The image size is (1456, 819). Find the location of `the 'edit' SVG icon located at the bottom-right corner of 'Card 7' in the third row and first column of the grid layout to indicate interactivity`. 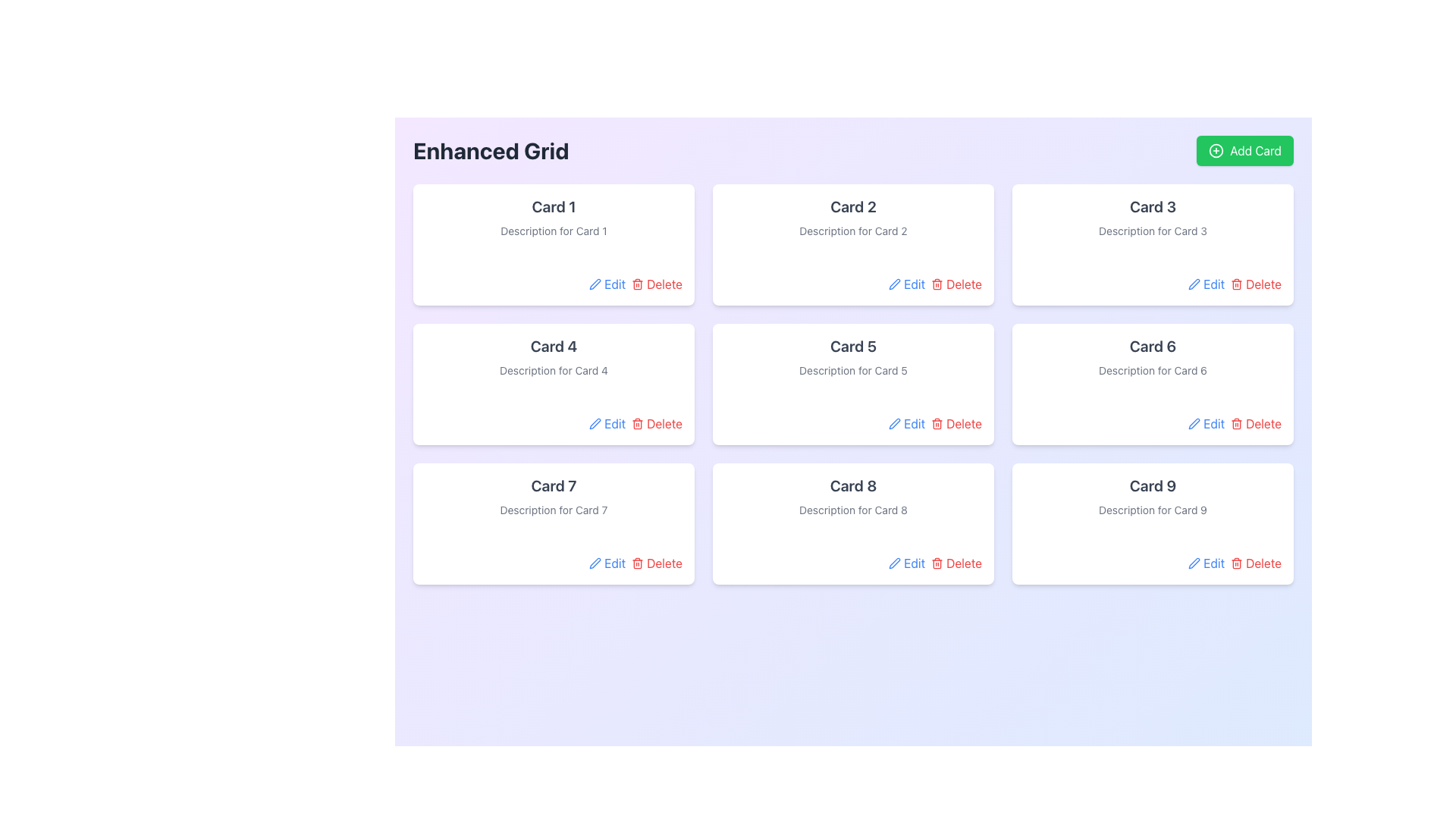

the 'edit' SVG icon located at the bottom-right corner of 'Card 7' in the third row and first column of the grid layout to indicate interactivity is located at coordinates (595, 563).